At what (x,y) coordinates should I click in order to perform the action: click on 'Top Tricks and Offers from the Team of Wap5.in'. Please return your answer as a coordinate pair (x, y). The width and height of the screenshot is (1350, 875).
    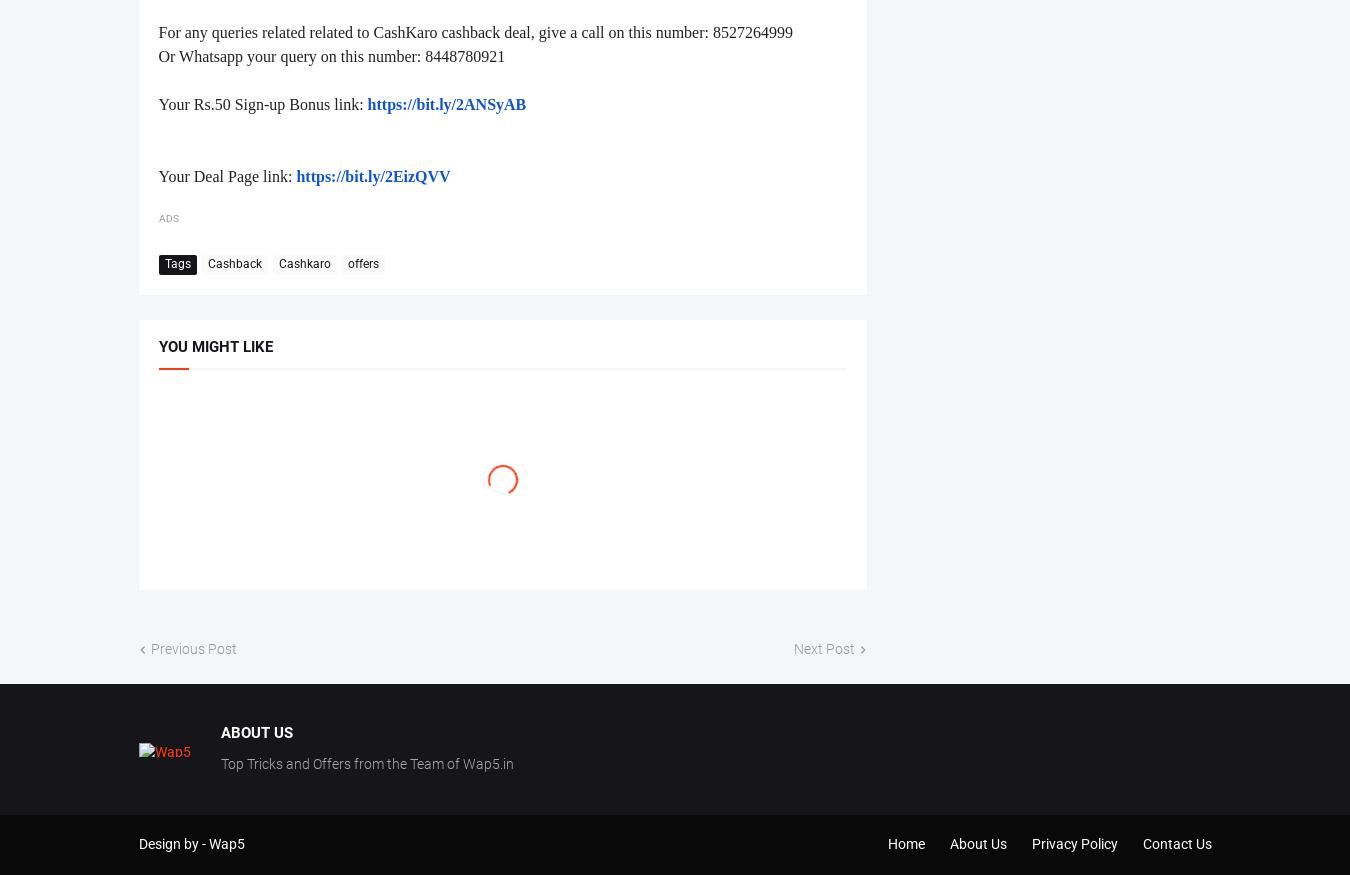
    Looking at the image, I should click on (220, 762).